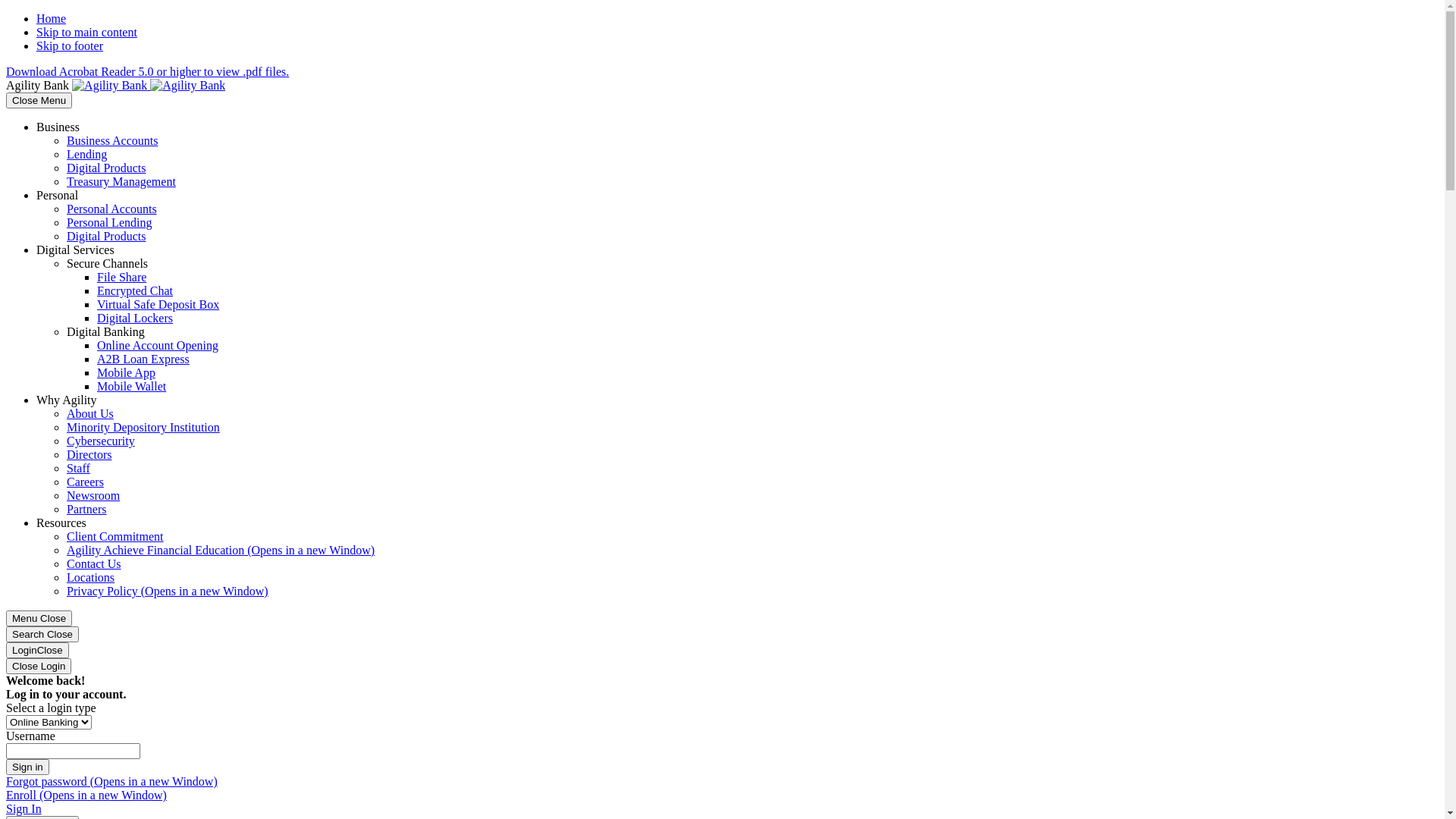 Image resolution: width=1456 pixels, height=819 pixels. What do you see at coordinates (86, 794) in the screenshot?
I see `'Enroll (Opens in a new Window)'` at bounding box center [86, 794].